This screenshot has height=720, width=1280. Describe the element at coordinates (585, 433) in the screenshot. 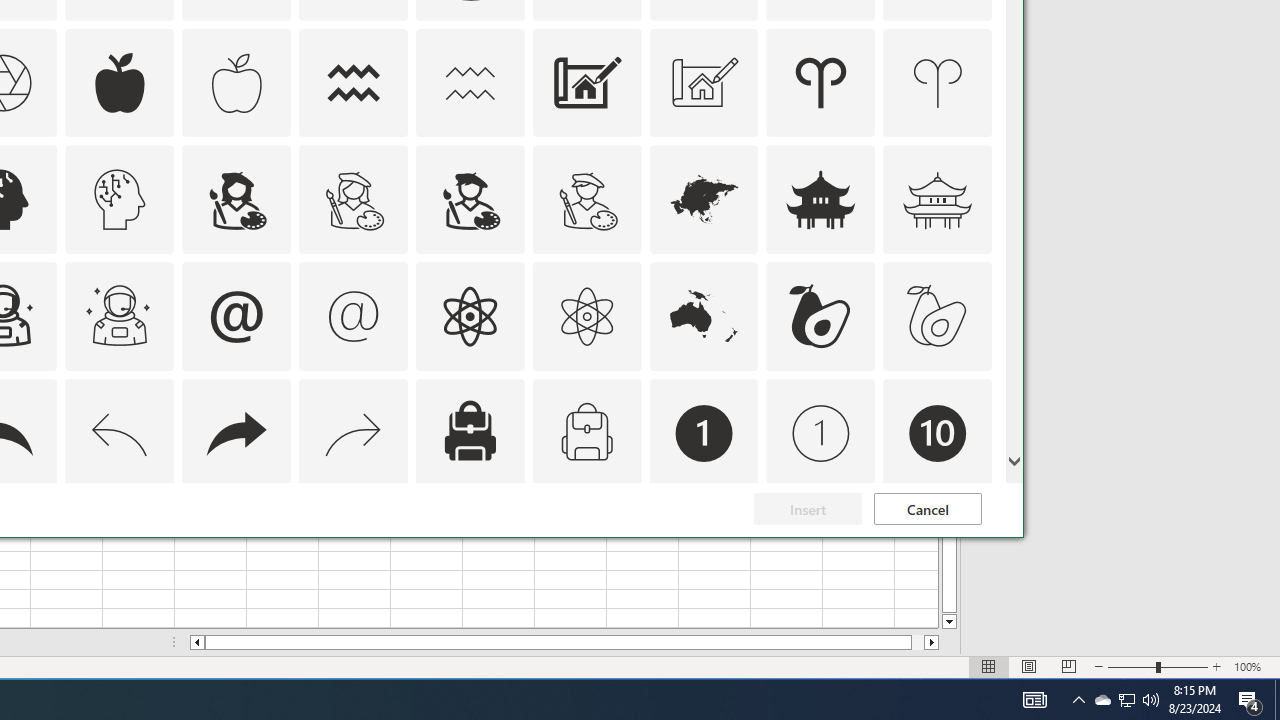

I see `'AutomationID: Icons_Backpack_M'` at that location.